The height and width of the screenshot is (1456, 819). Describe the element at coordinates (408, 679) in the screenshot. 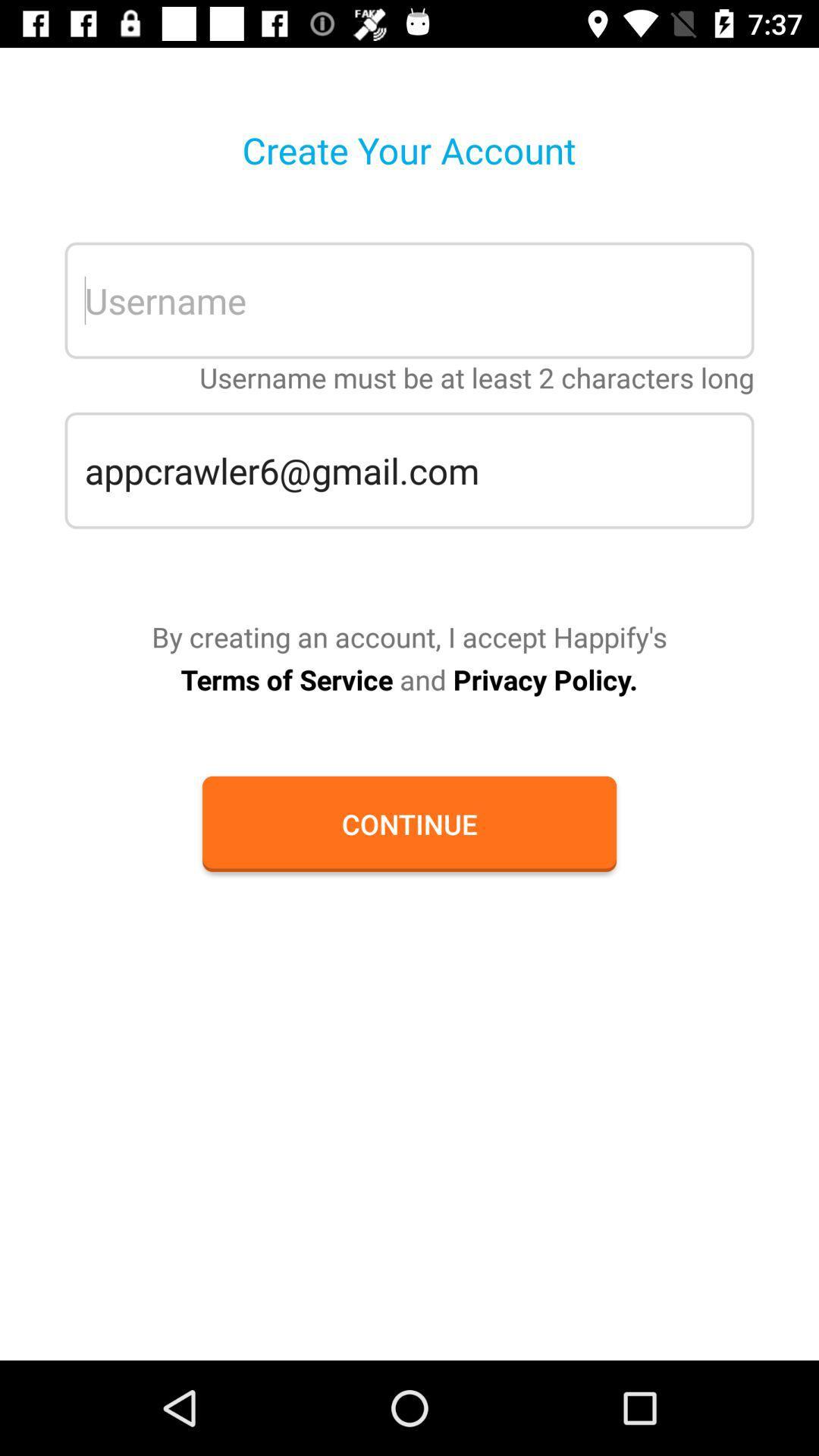

I see `item above continue` at that location.